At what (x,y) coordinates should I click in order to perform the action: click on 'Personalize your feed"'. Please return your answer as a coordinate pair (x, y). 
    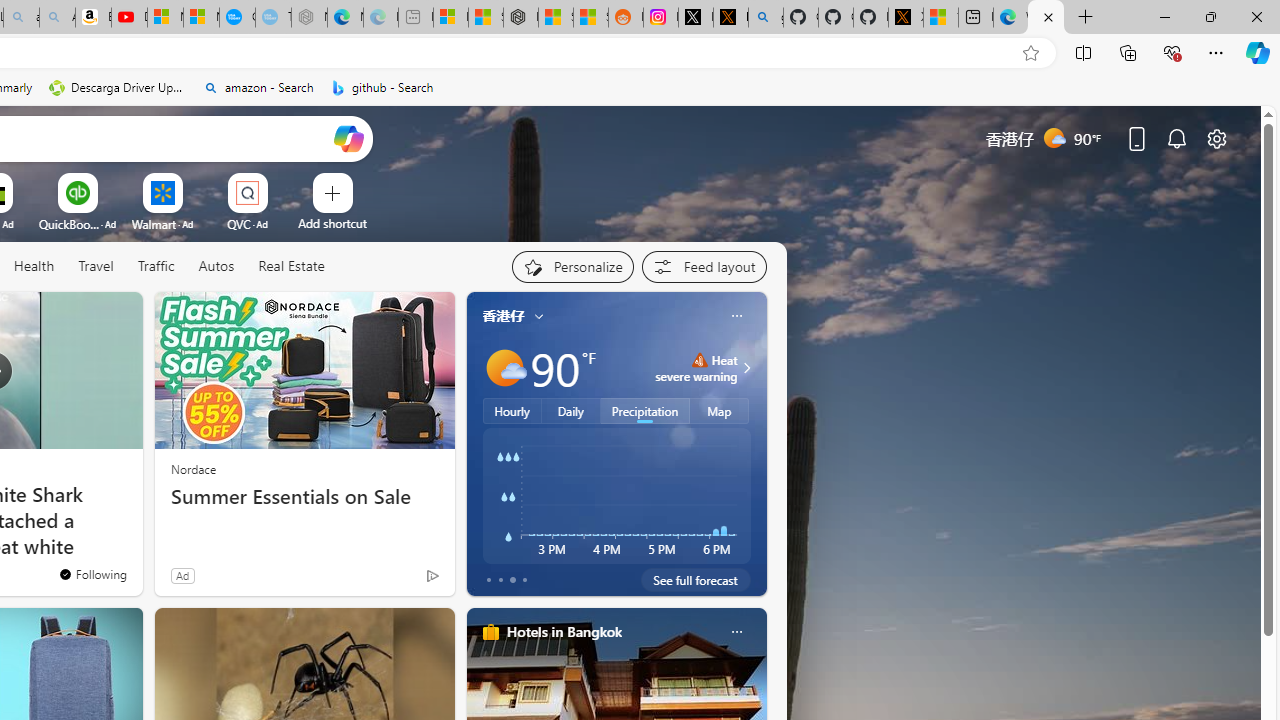
    Looking at the image, I should click on (571, 266).